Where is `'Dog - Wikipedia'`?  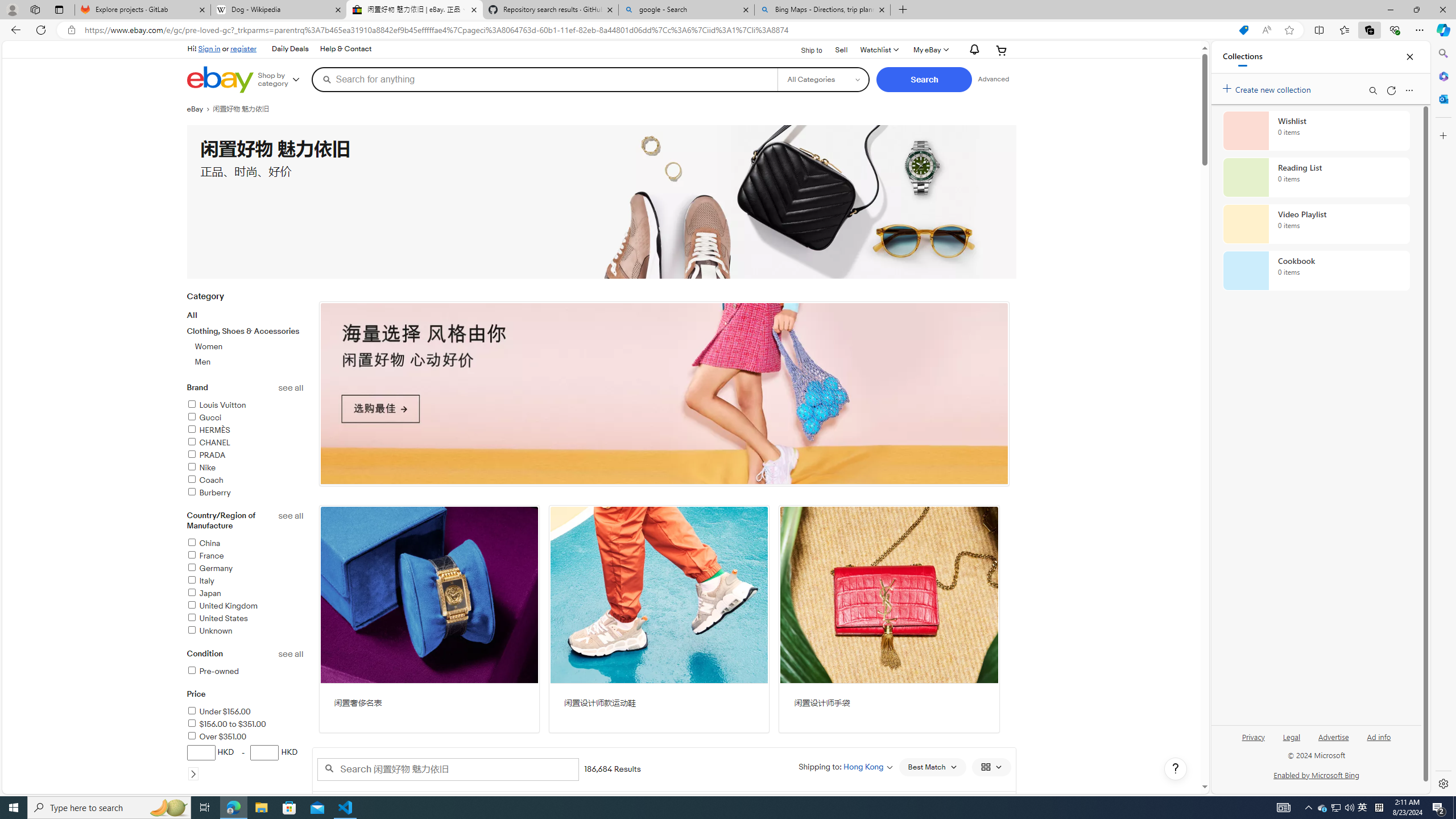
'Dog - Wikipedia' is located at coordinates (278, 9).